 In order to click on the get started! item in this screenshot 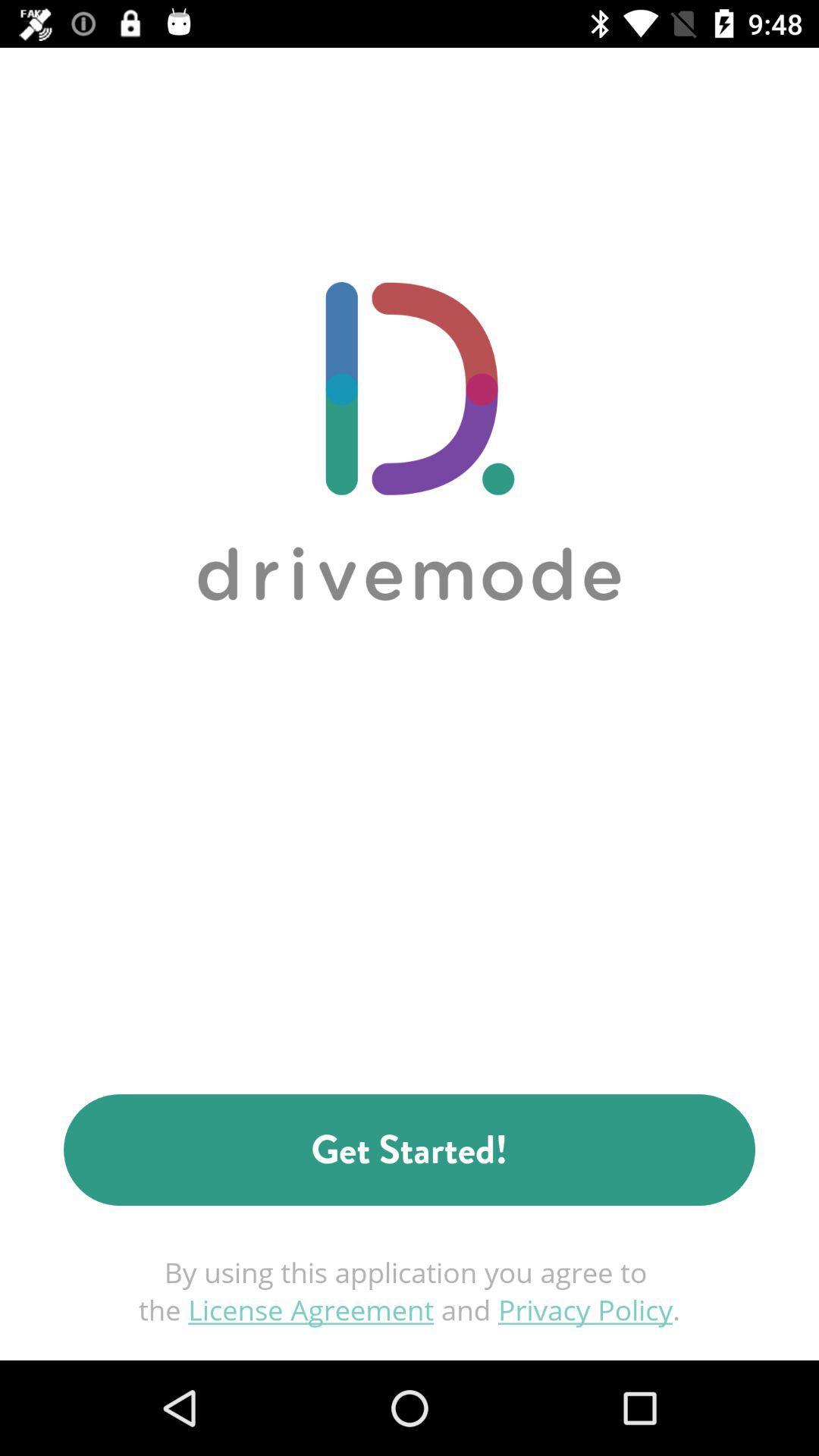, I will do `click(409, 1150)`.